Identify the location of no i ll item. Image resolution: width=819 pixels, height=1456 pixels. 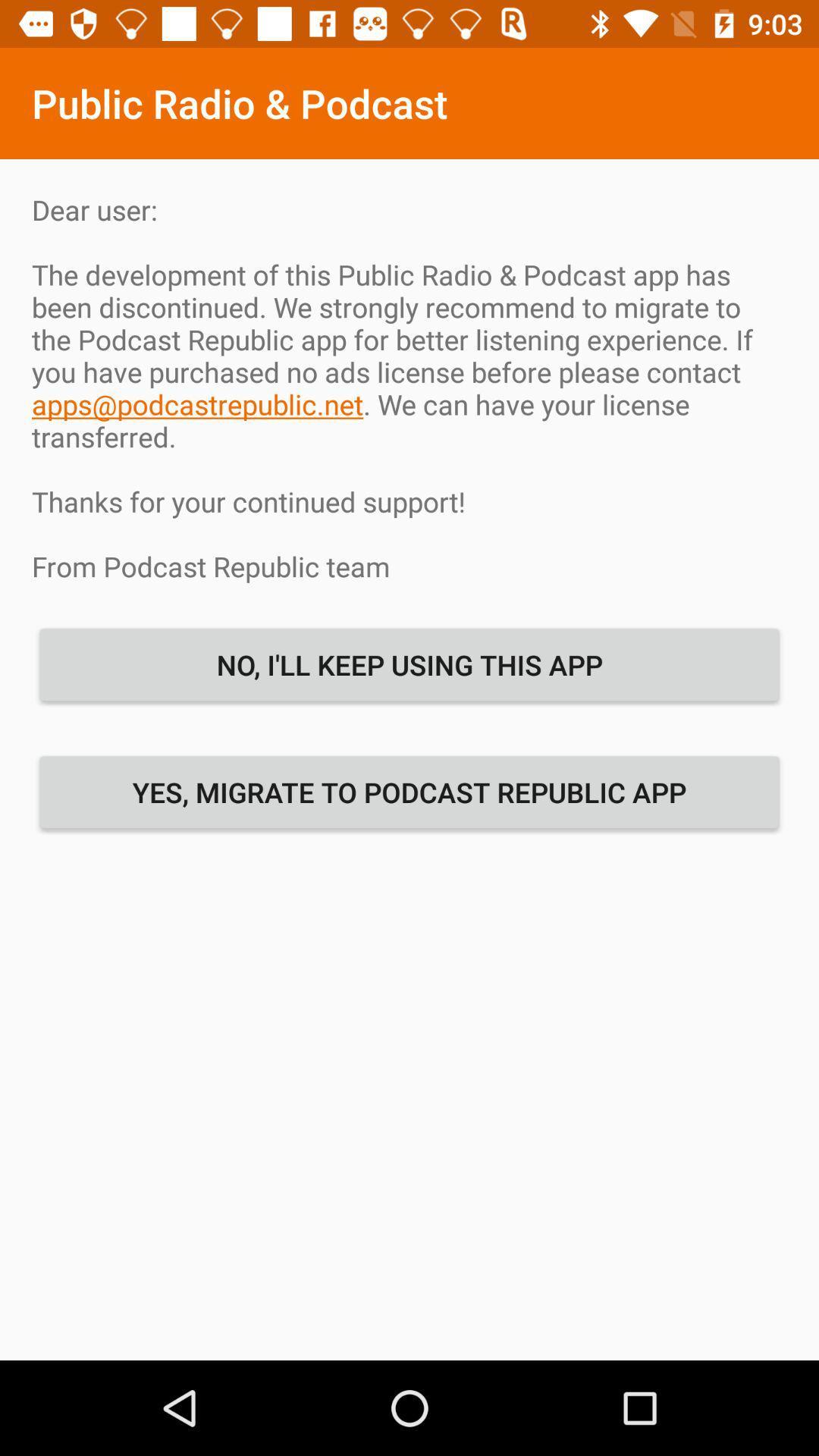
(409, 664).